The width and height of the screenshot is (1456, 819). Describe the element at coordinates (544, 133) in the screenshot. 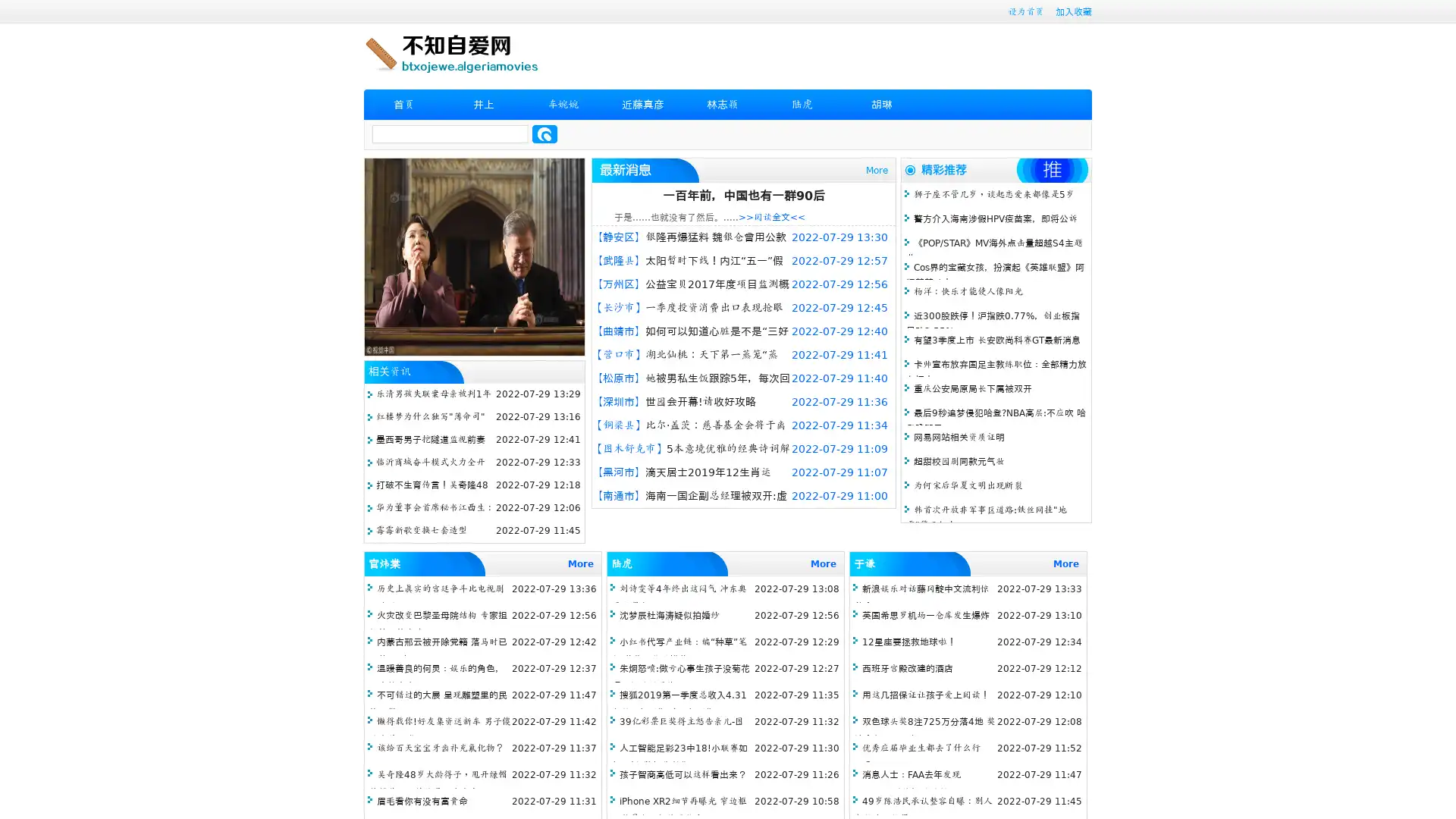

I see `Search` at that location.